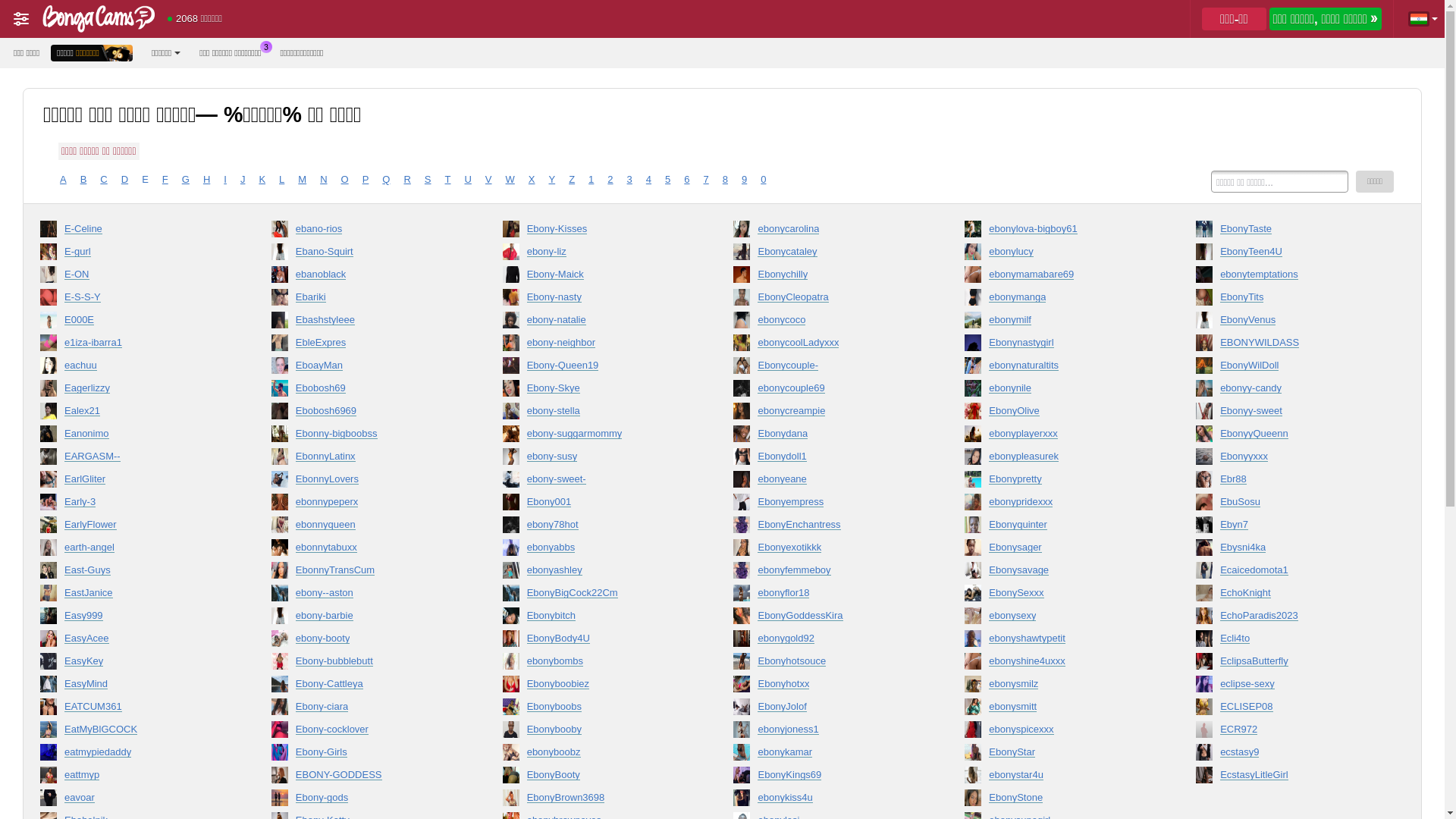 The width and height of the screenshot is (1456, 819). Describe the element at coordinates (1058, 231) in the screenshot. I see `'ebonylova-bigboy61'` at that location.